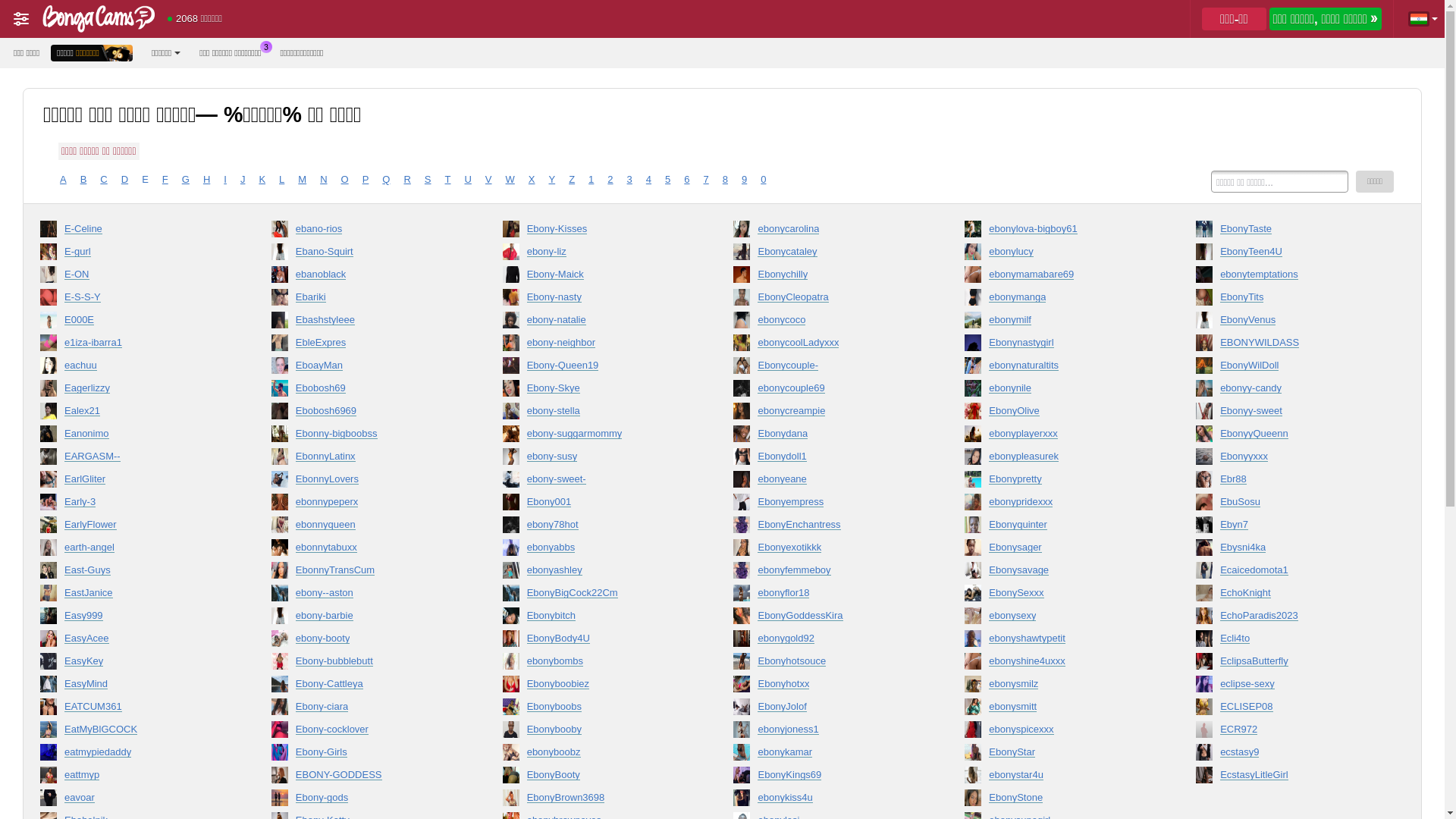 The width and height of the screenshot is (1456, 819). Describe the element at coordinates (1058, 231) in the screenshot. I see `'ebonylova-bigboy61'` at that location.